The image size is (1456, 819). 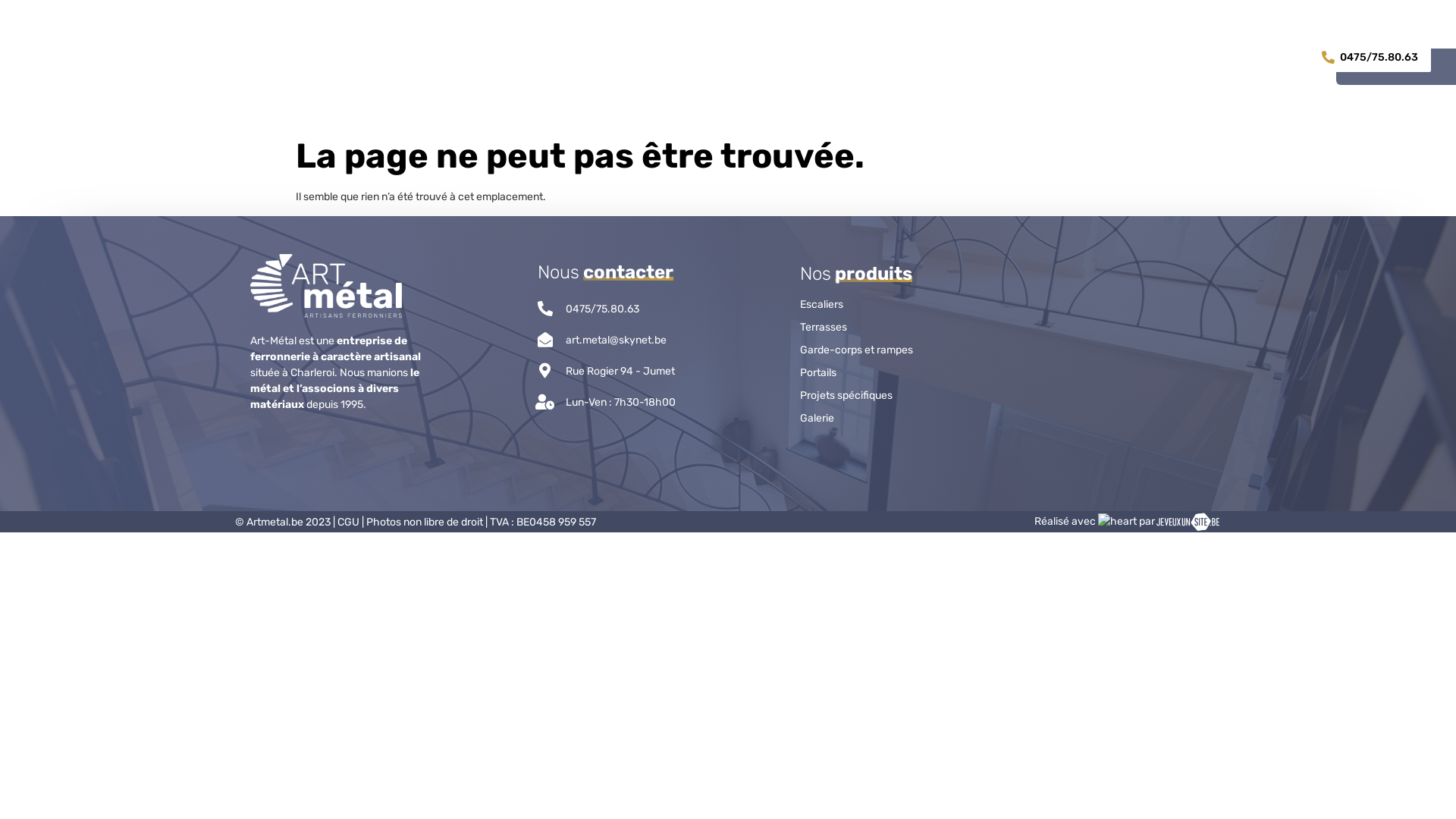 I want to click on 'Terrasses', so click(x=872, y=327).